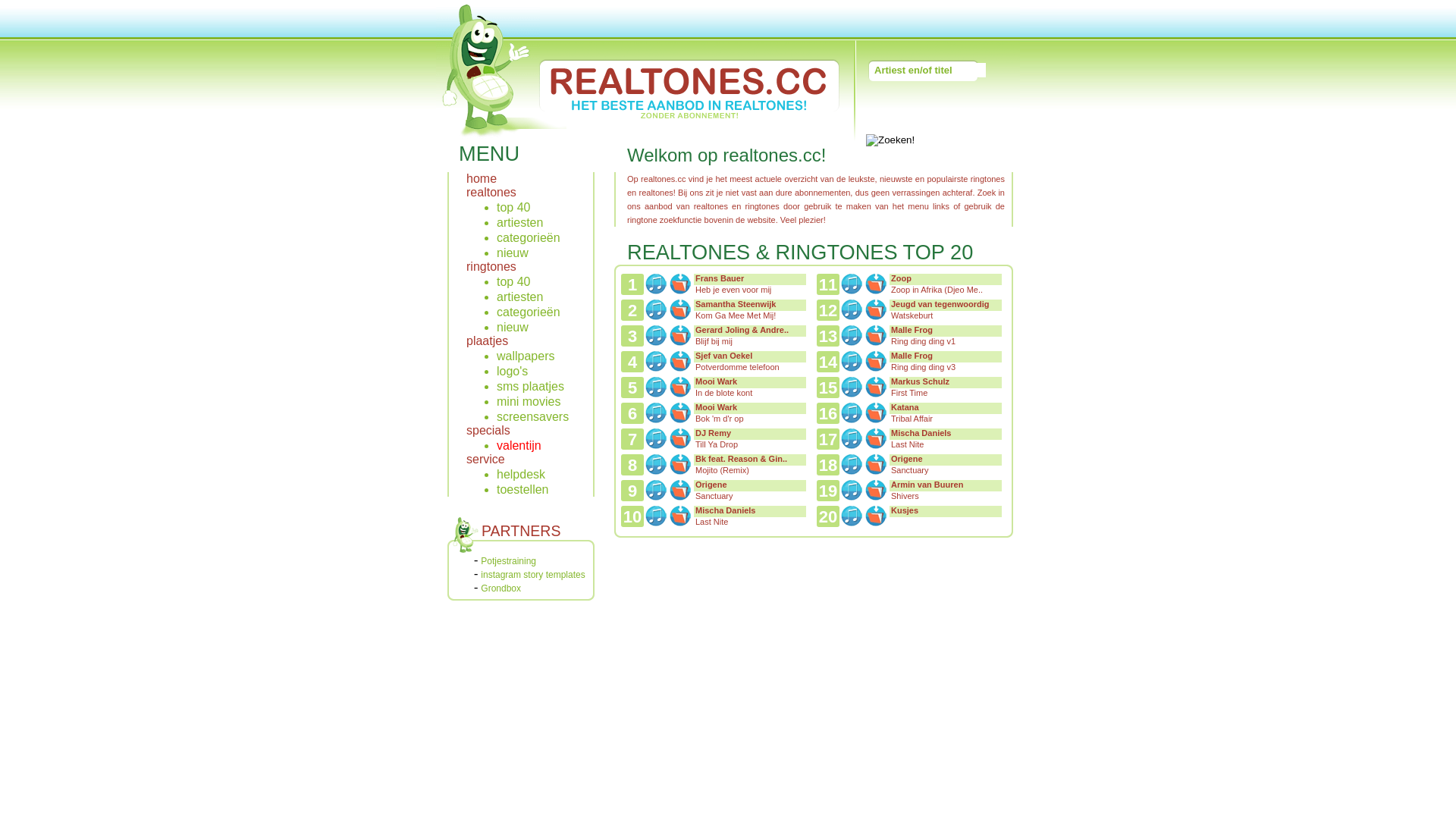 The height and width of the screenshot is (819, 1456). What do you see at coordinates (520, 473) in the screenshot?
I see `'helpdesk'` at bounding box center [520, 473].